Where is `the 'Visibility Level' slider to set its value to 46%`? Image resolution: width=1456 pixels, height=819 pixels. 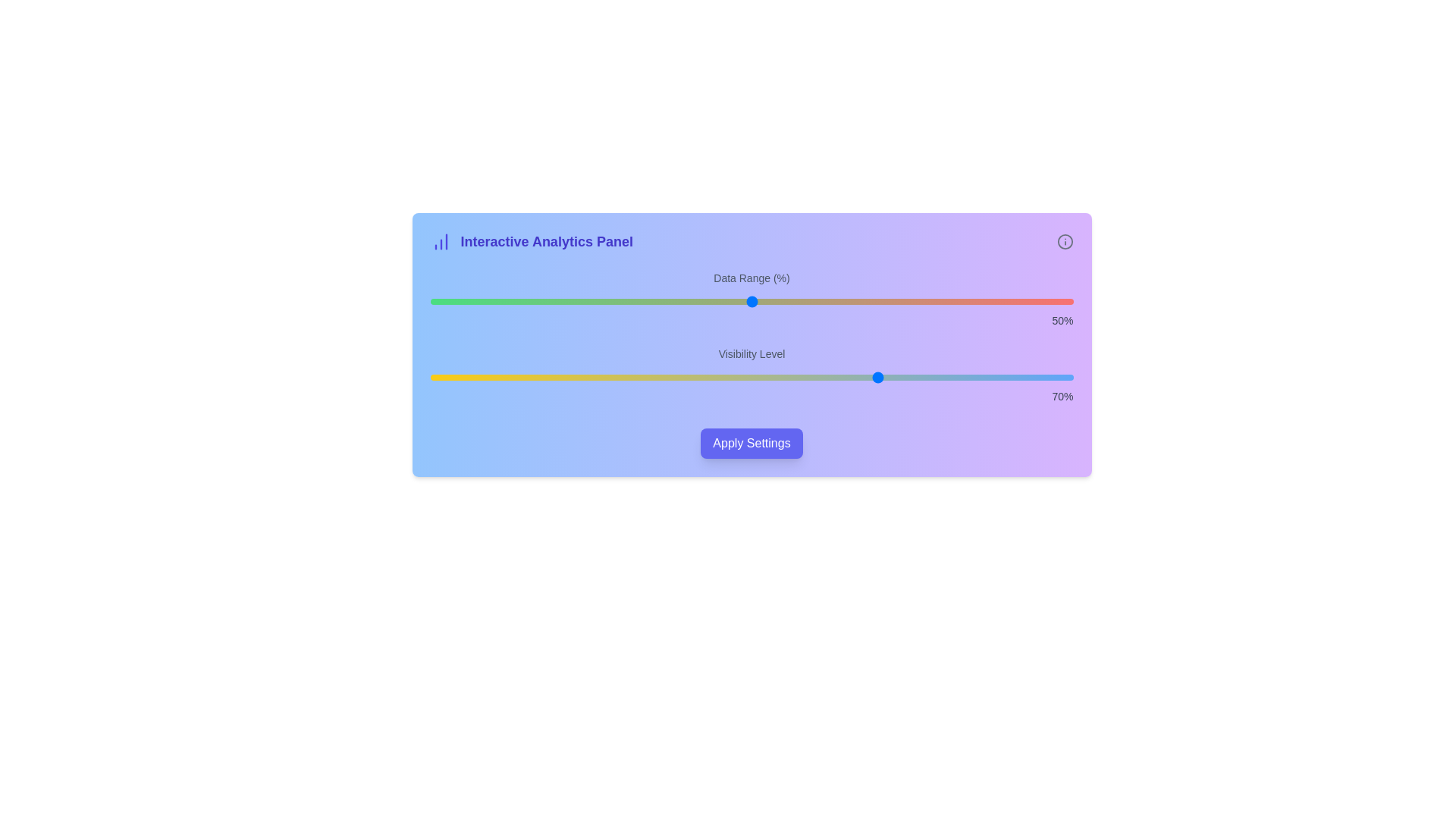
the 'Visibility Level' slider to set its value to 46% is located at coordinates (725, 376).